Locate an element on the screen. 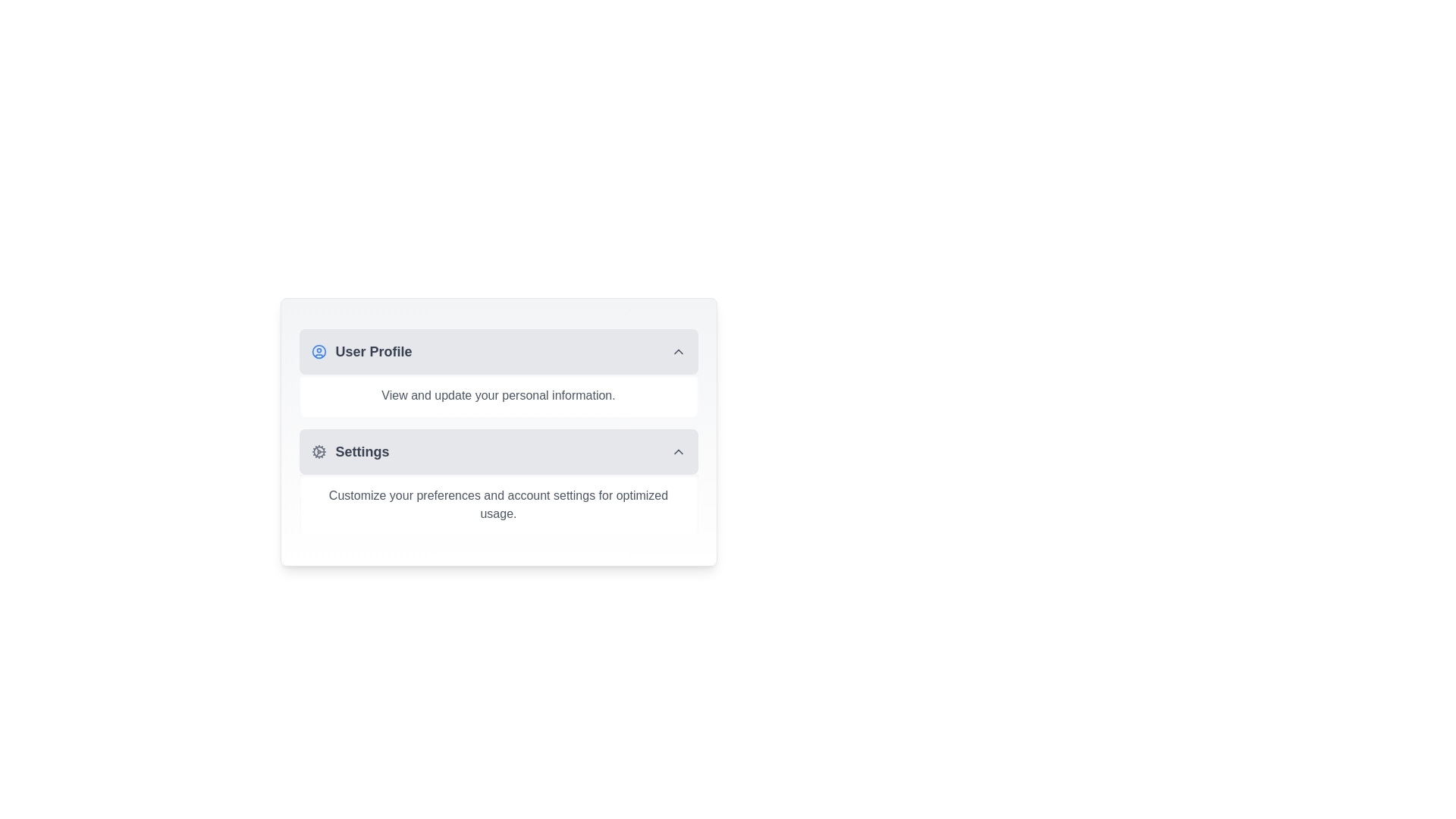 The width and height of the screenshot is (1456, 819). the header text of the User Profile section is located at coordinates (360, 351).